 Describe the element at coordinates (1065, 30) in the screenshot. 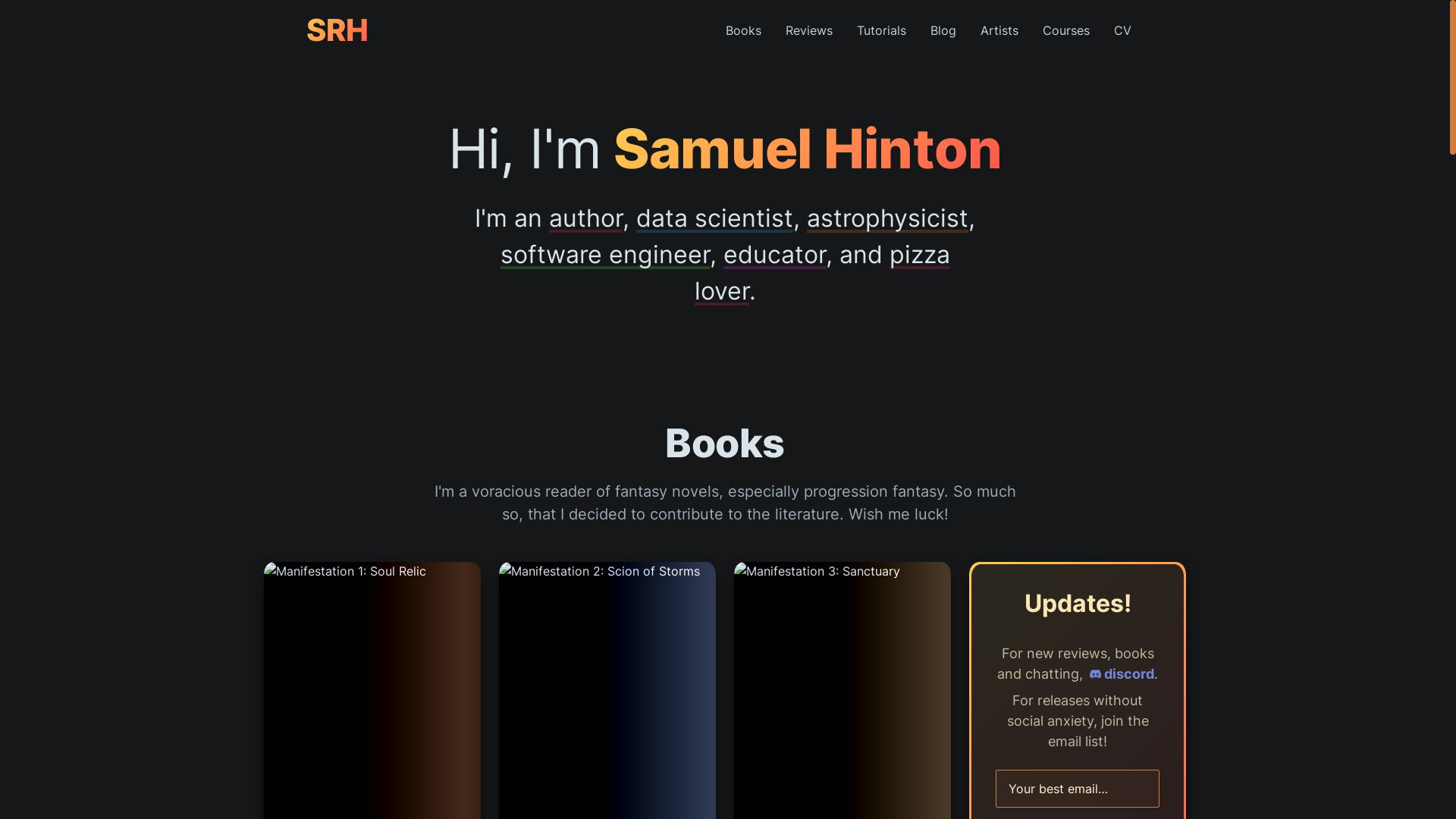

I see `'Courses'` at that location.